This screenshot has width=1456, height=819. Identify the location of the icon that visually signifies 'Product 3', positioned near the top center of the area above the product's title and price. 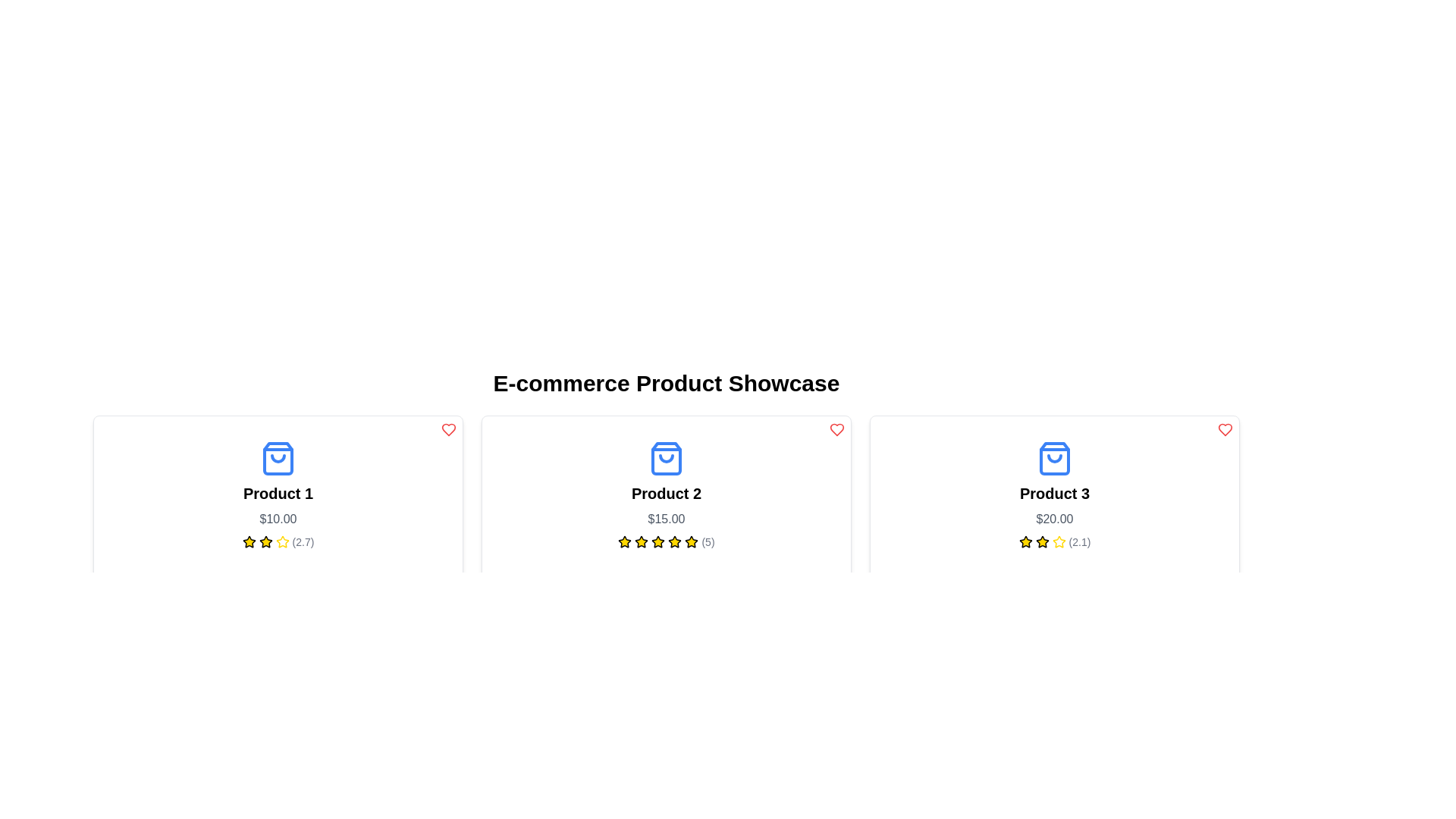
(1054, 458).